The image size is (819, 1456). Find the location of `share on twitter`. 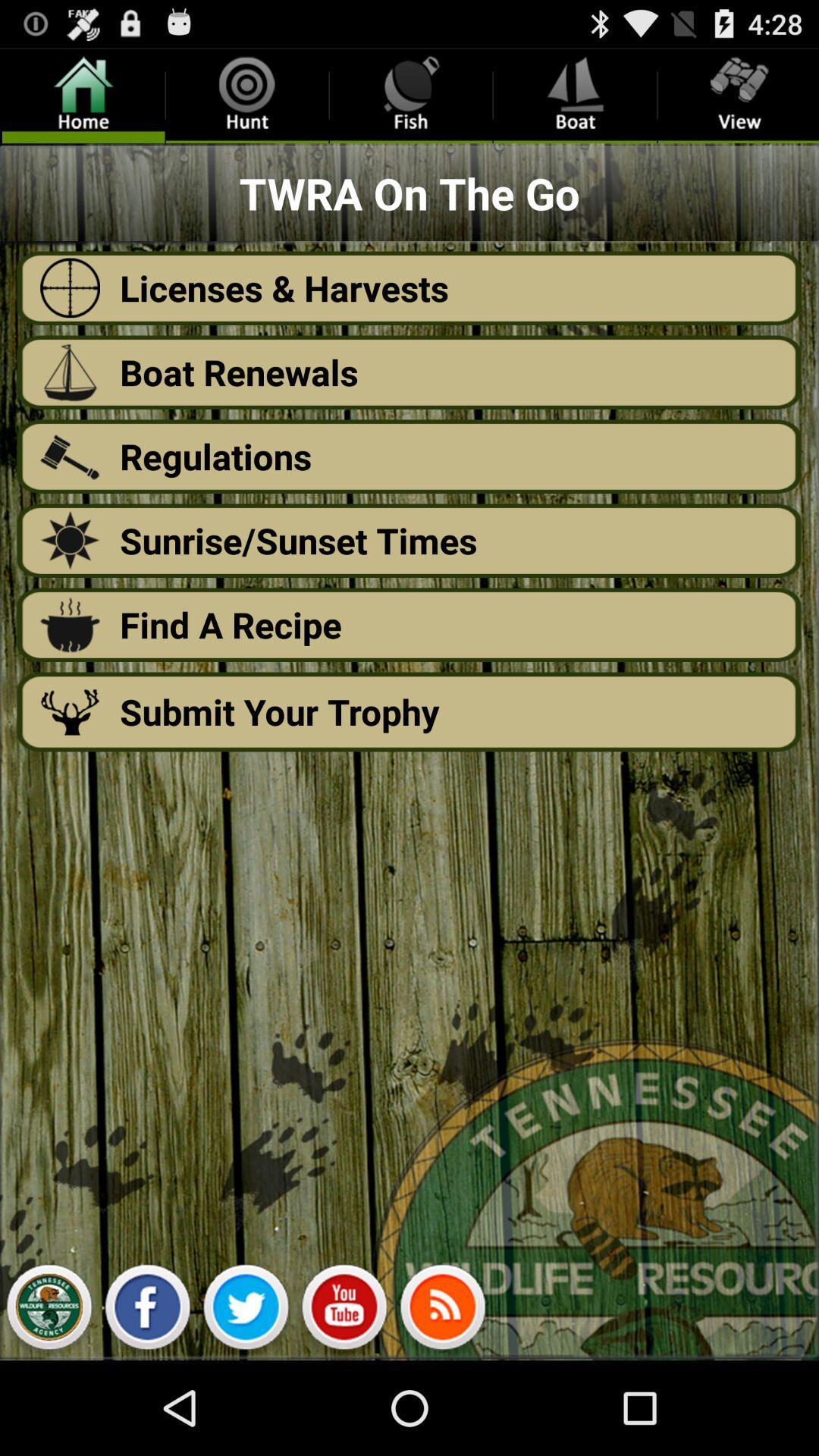

share on twitter is located at coordinates (245, 1310).